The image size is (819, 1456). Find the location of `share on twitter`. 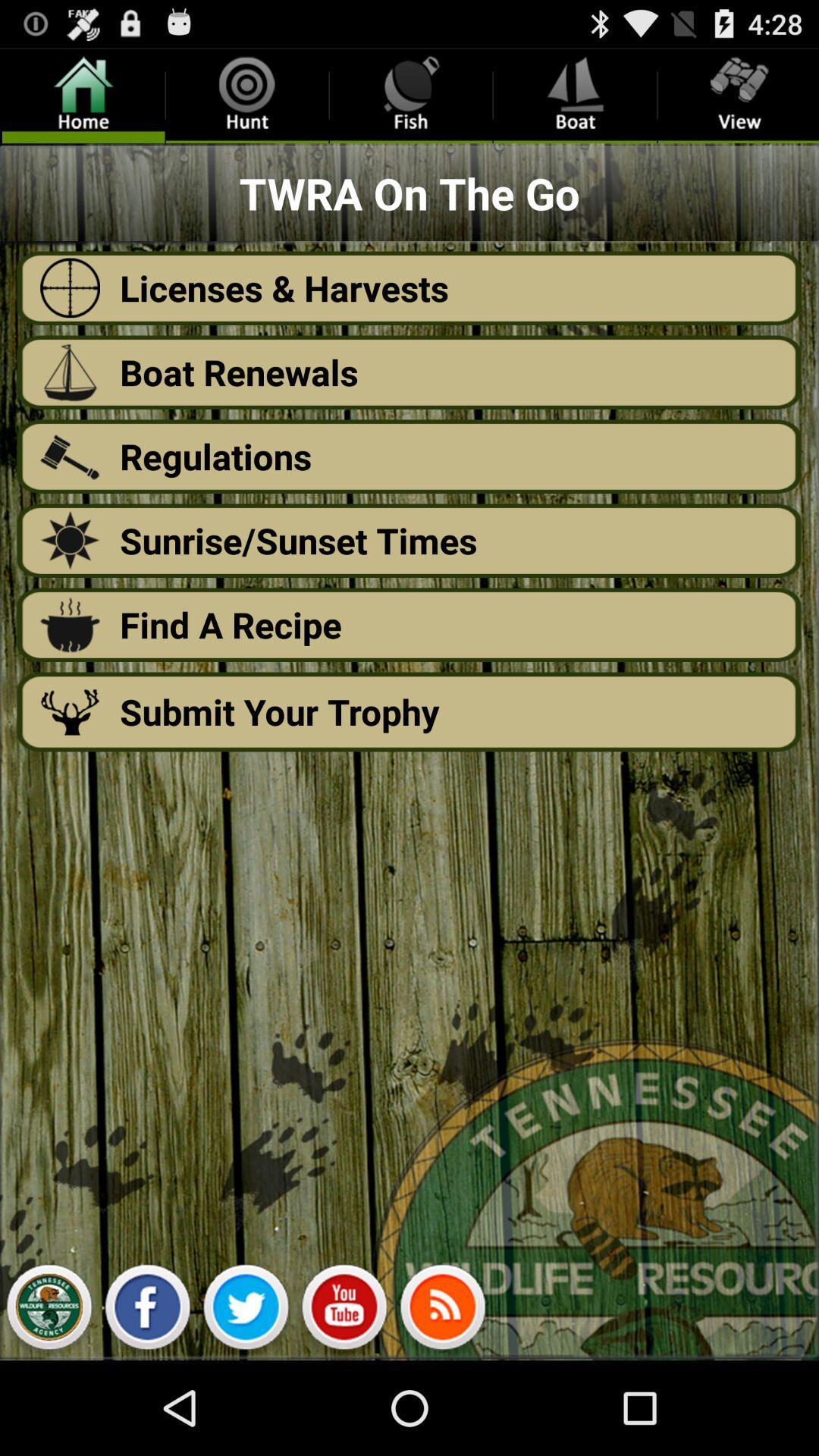

share on twitter is located at coordinates (245, 1310).